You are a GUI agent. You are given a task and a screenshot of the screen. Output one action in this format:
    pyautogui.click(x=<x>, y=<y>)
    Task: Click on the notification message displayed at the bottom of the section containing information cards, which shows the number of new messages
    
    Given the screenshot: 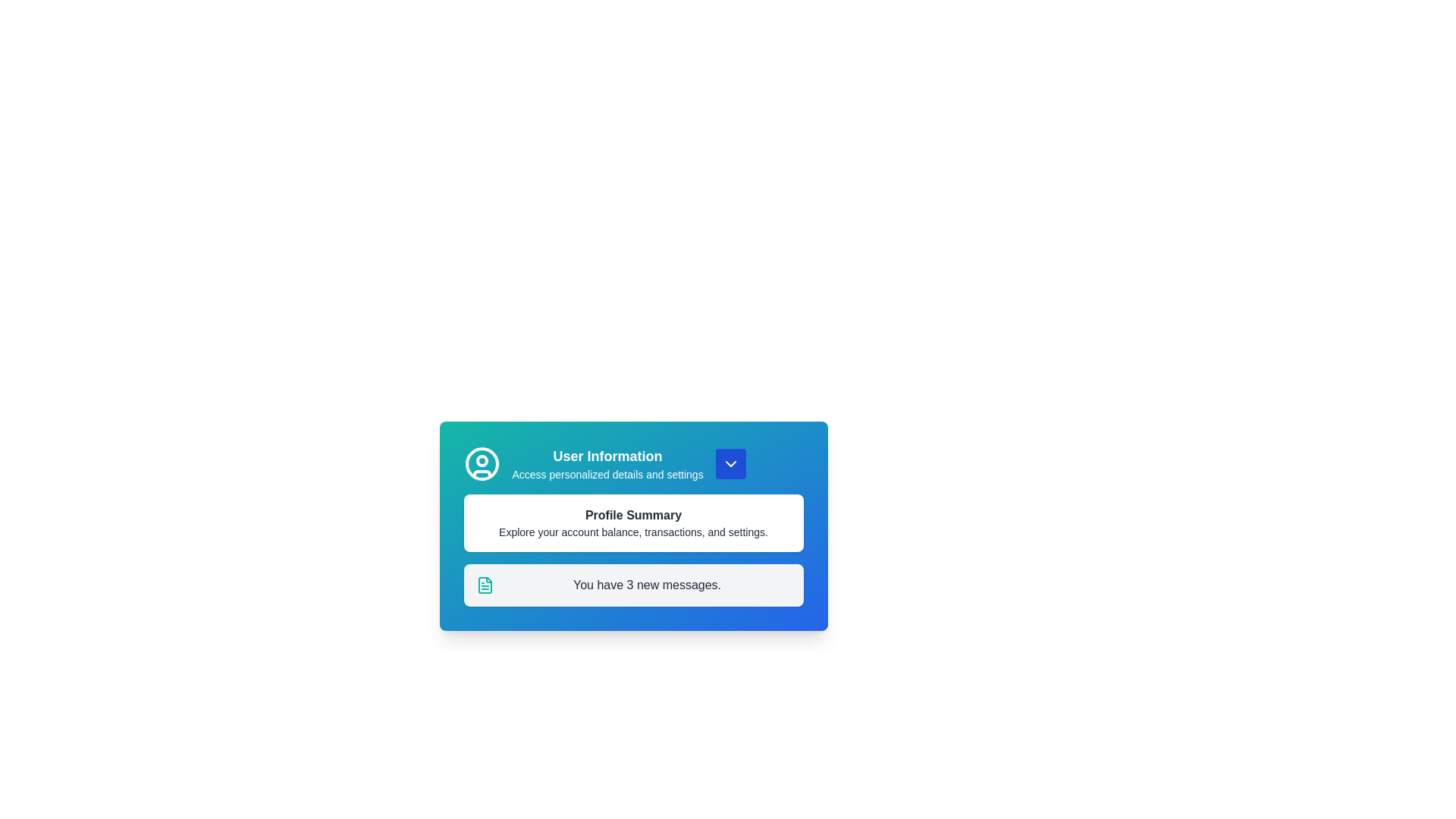 What is the action you would take?
    pyautogui.click(x=647, y=584)
    